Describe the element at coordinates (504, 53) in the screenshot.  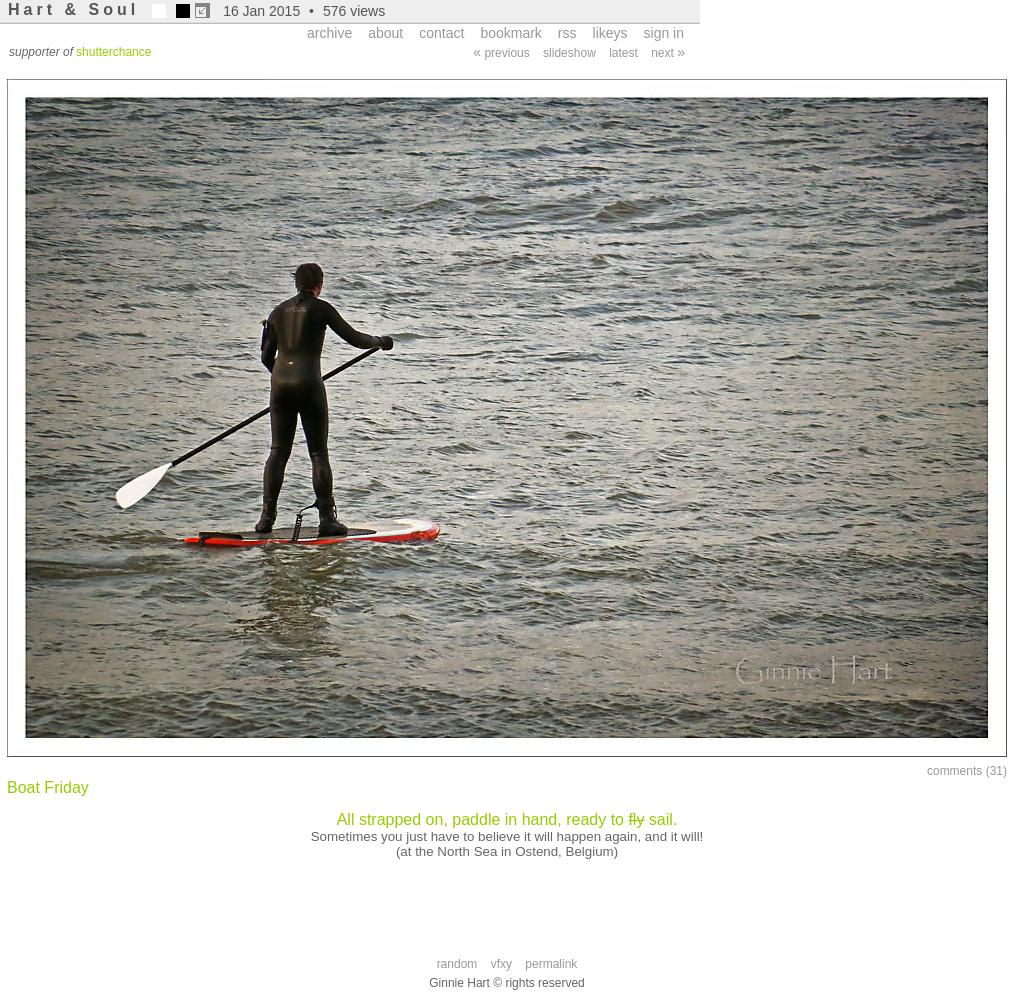
I see `'previous'` at that location.